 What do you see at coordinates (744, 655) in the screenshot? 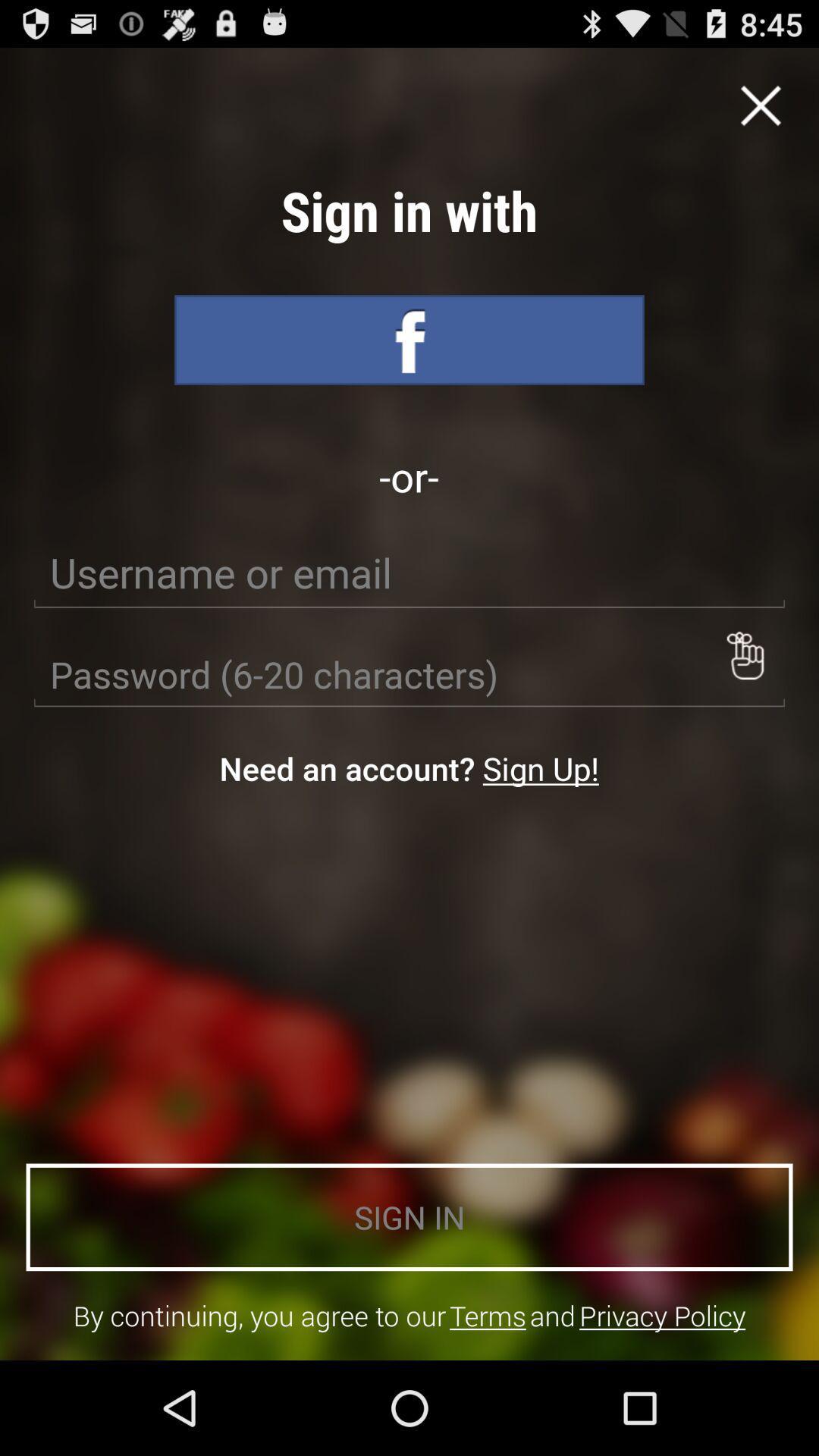
I see `see password` at bounding box center [744, 655].